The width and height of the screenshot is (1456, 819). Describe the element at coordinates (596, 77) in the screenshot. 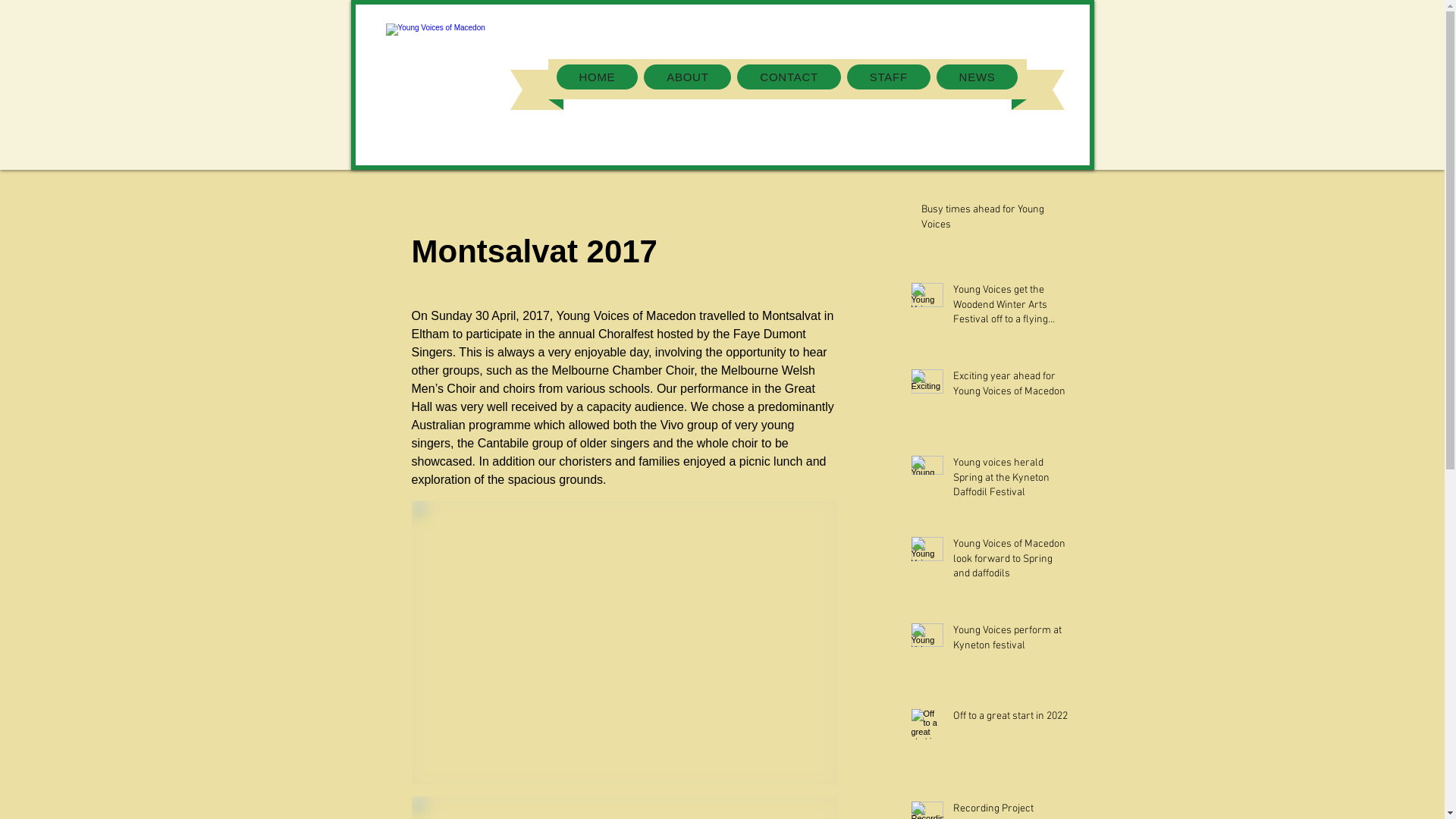

I see `'HOME'` at that location.